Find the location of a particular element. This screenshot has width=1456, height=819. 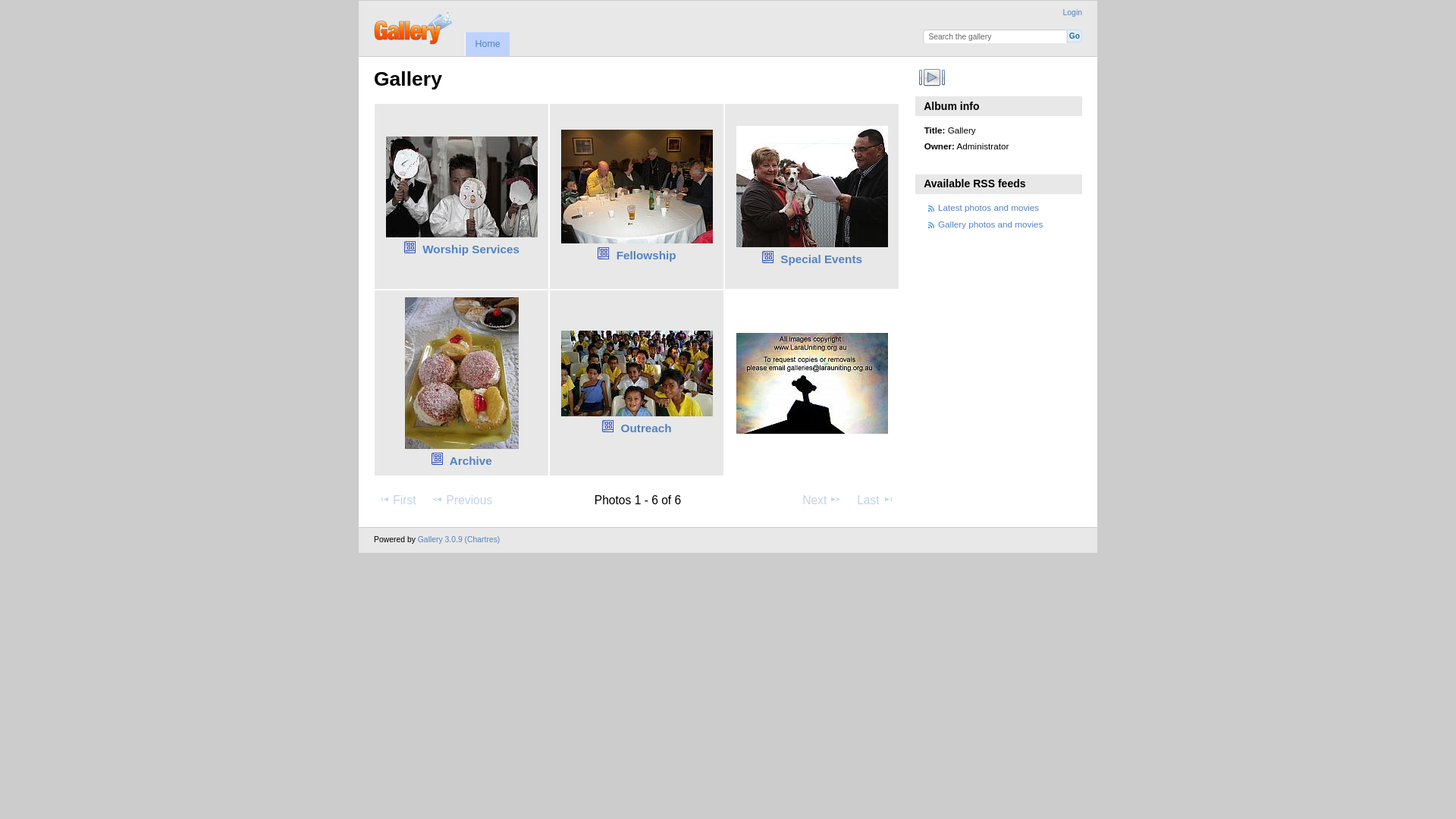

'Go' is located at coordinates (1073, 35).